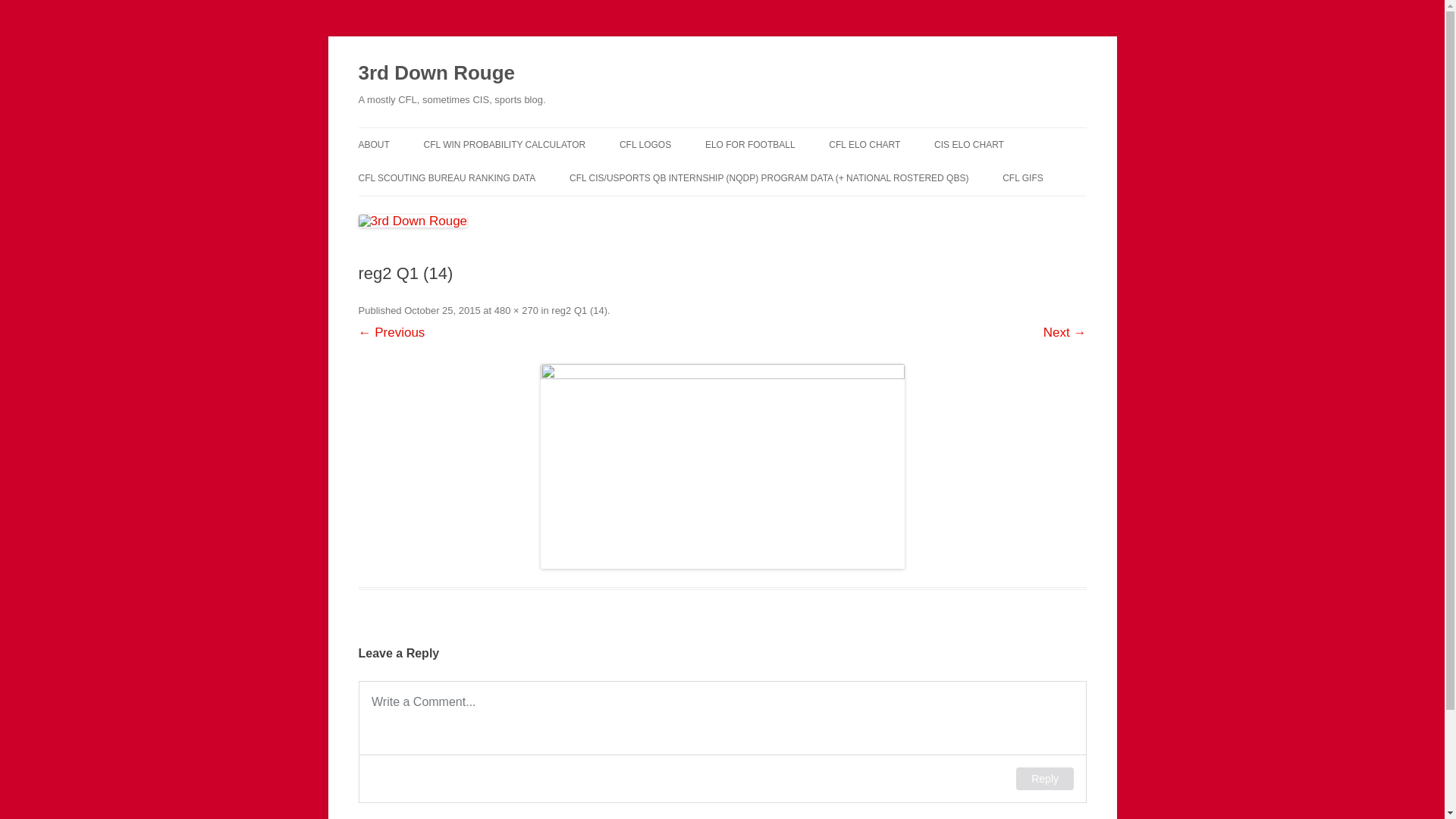  What do you see at coordinates (619, 145) in the screenshot?
I see `'CFL LOGOS'` at bounding box center [619, 145].